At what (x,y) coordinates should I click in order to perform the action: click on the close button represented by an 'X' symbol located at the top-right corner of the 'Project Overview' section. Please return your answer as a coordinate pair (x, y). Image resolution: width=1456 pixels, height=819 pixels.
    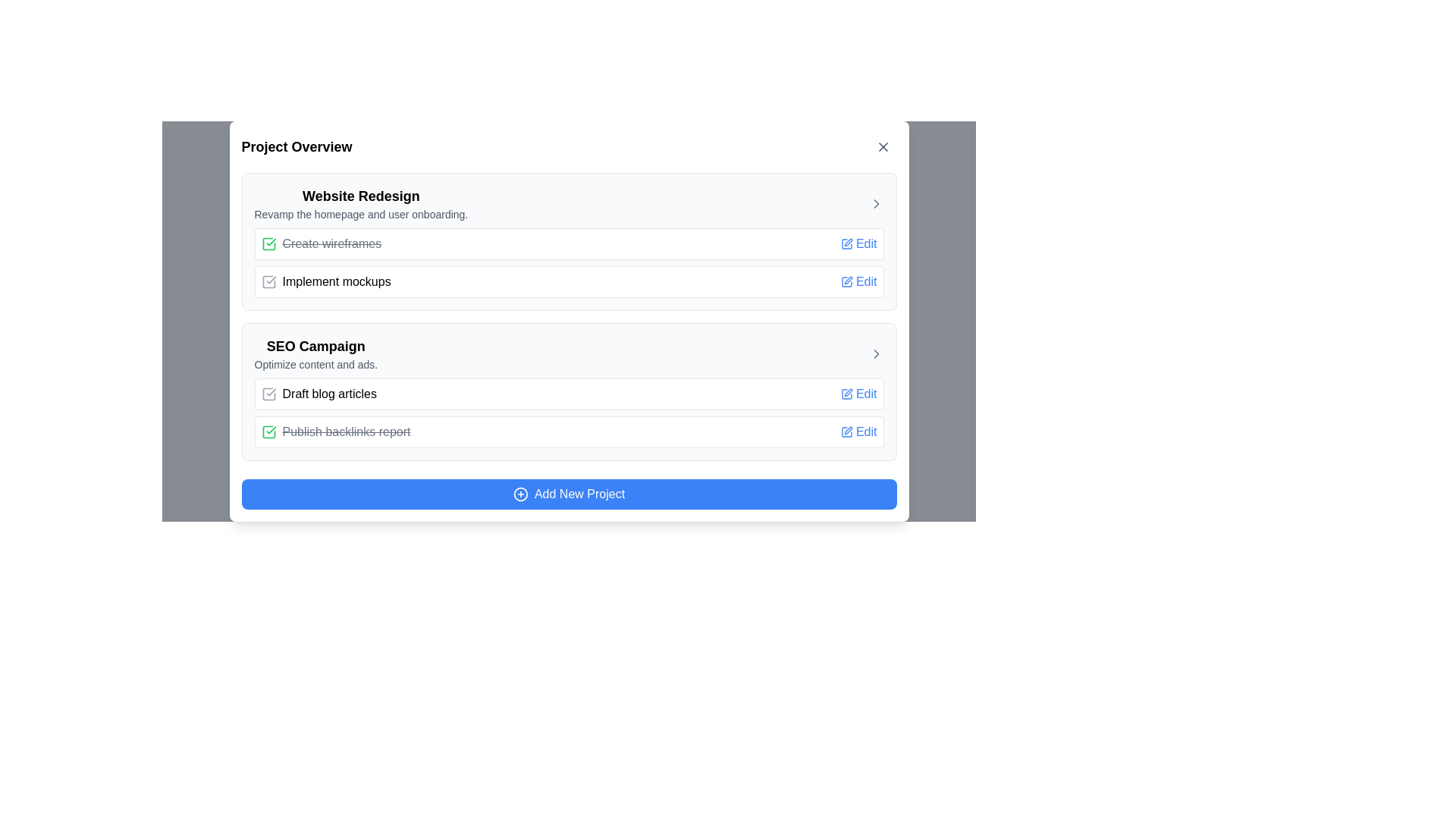
    Looking at the image, I should click on (883, 146).